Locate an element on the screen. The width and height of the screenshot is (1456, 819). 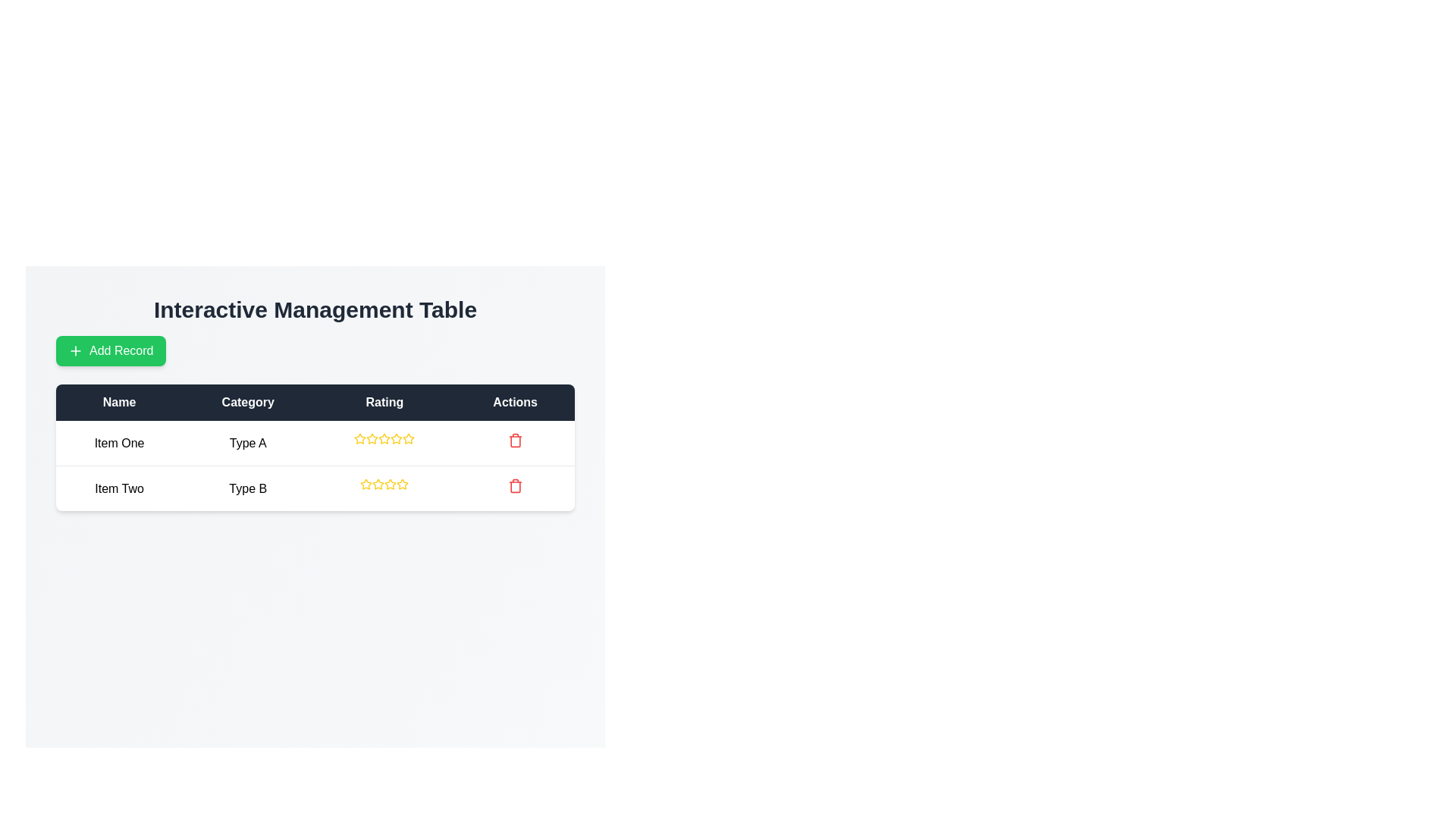
the text label displaying 'Type B' located in the second row of the 'Category' column in the 'Interactive Management Table' is located at coordinates (248, 488).